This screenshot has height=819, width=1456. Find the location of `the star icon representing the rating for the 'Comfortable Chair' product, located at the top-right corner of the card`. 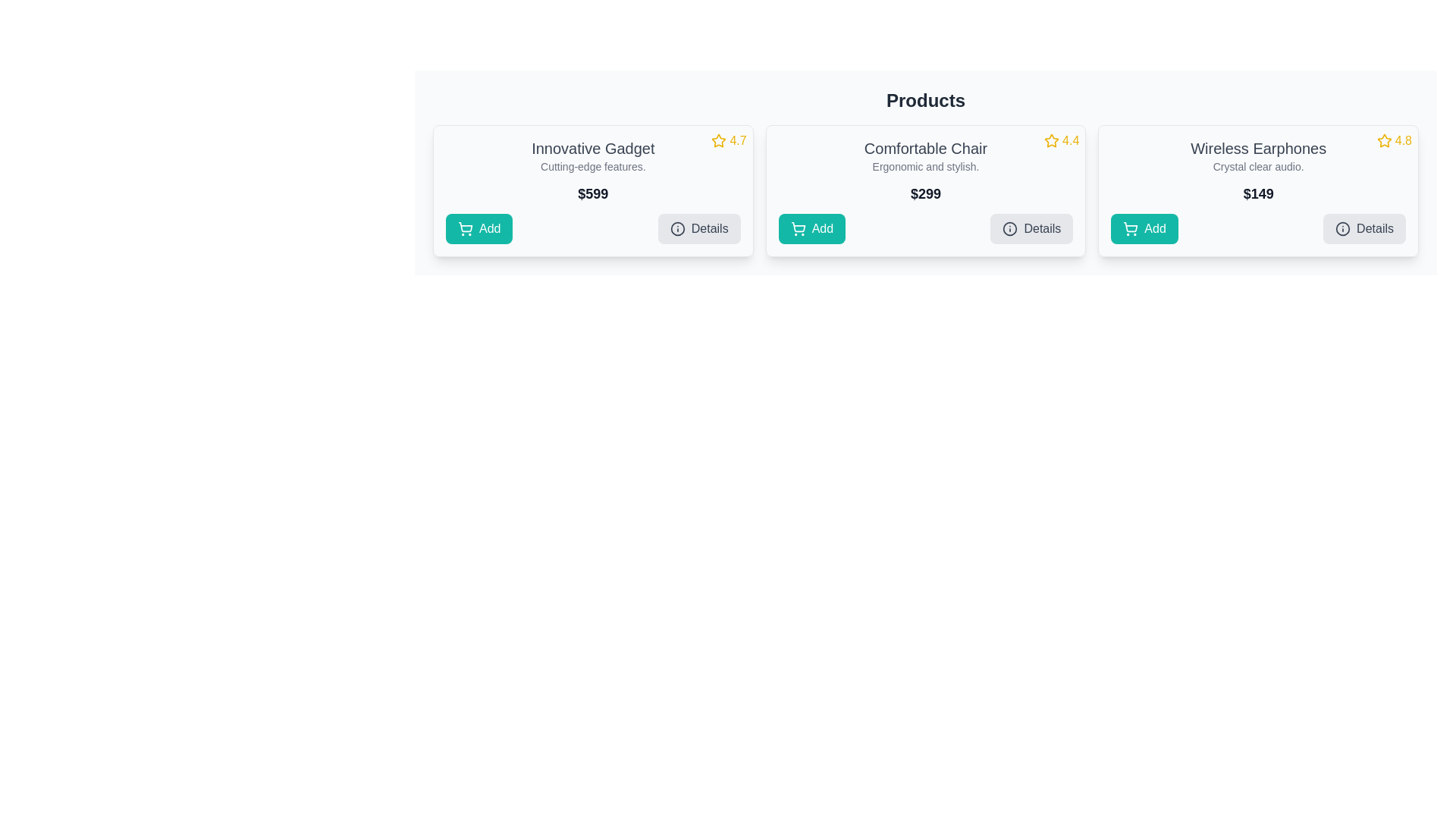

the star icon representing the rating for the 'Comfortable Chair' product, located at the top-right corner of the card is located at coordinates (1051, 140).